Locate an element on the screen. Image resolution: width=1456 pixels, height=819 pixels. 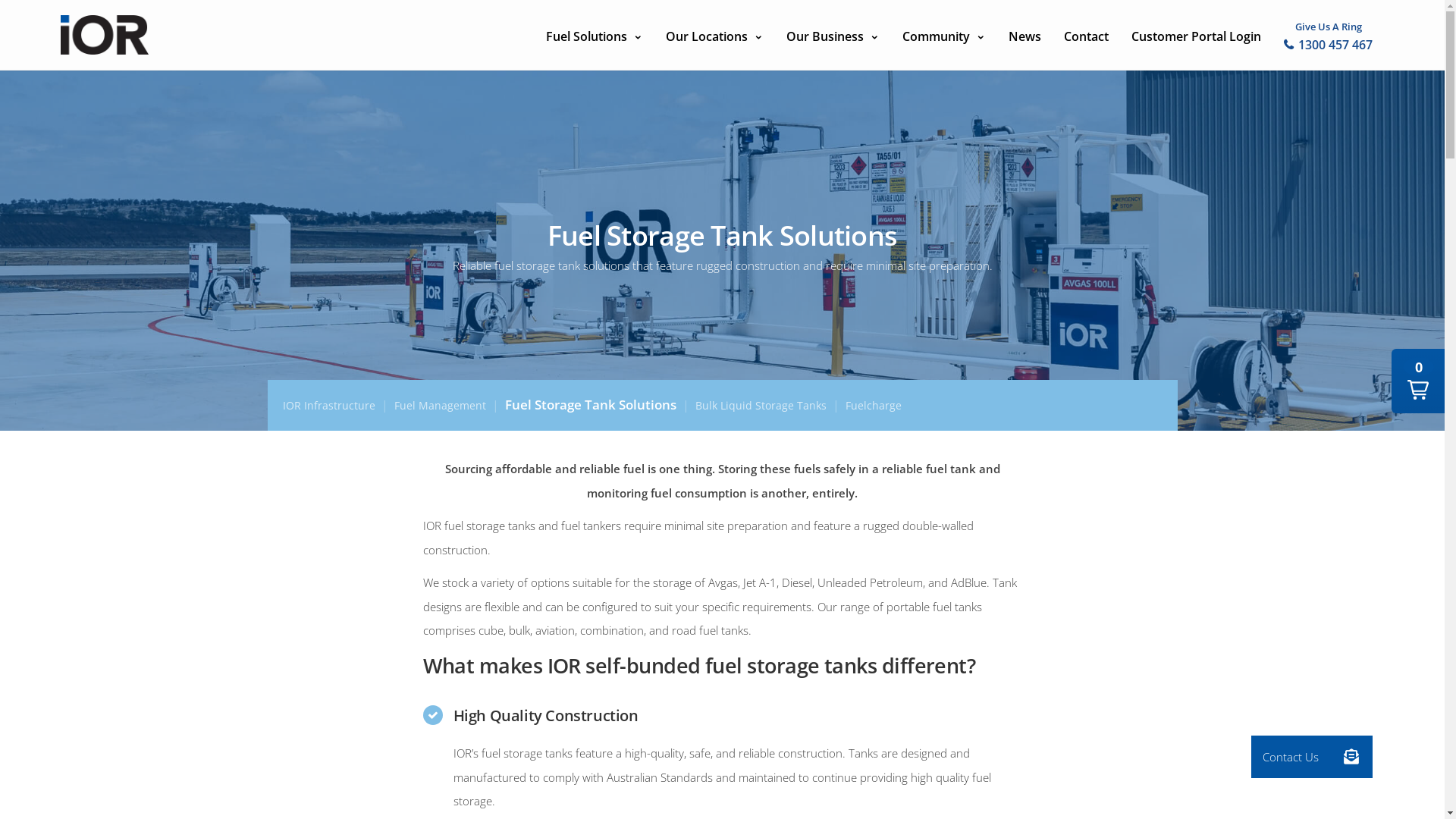
'Community' is located at coordinates (943, 34).